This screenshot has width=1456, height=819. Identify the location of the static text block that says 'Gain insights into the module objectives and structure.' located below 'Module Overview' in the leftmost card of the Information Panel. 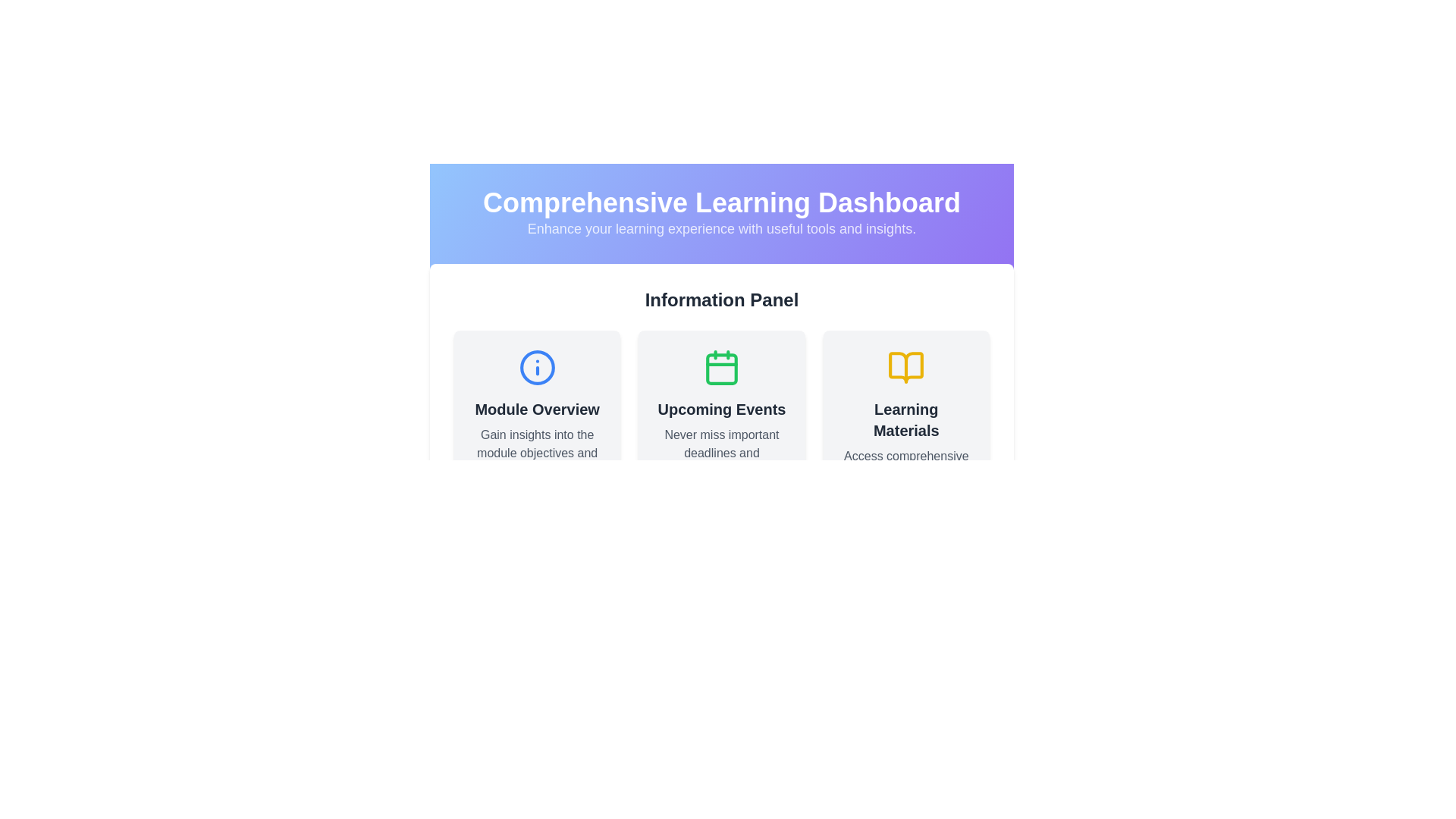
(537, 452).